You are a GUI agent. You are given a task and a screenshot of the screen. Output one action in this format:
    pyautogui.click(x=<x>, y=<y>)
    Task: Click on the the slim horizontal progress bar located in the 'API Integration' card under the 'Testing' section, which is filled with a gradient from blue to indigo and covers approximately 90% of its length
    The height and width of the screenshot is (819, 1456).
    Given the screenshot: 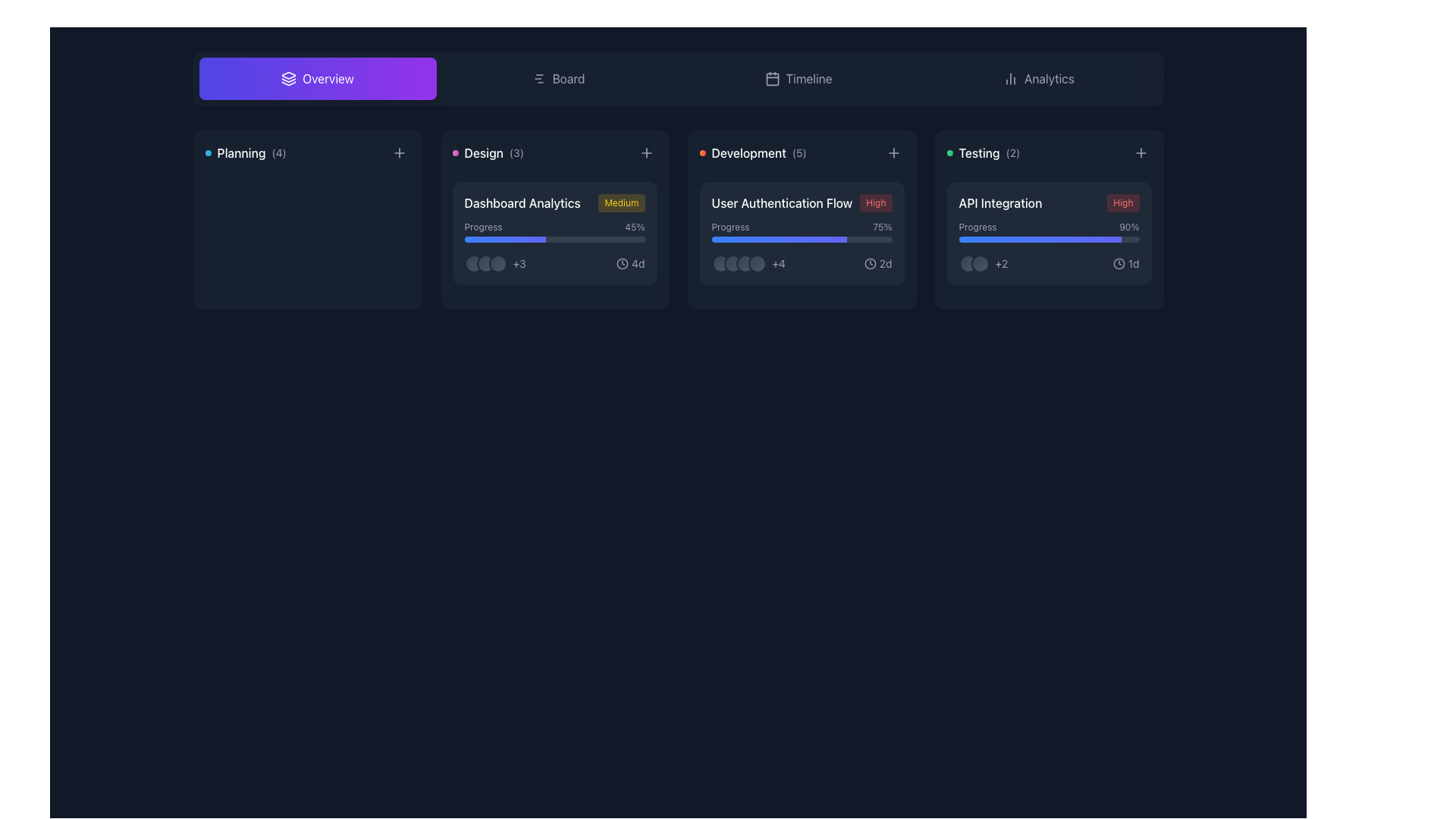 What is the action you would take?
    pyautogui.click(x=1048, y=239)
    